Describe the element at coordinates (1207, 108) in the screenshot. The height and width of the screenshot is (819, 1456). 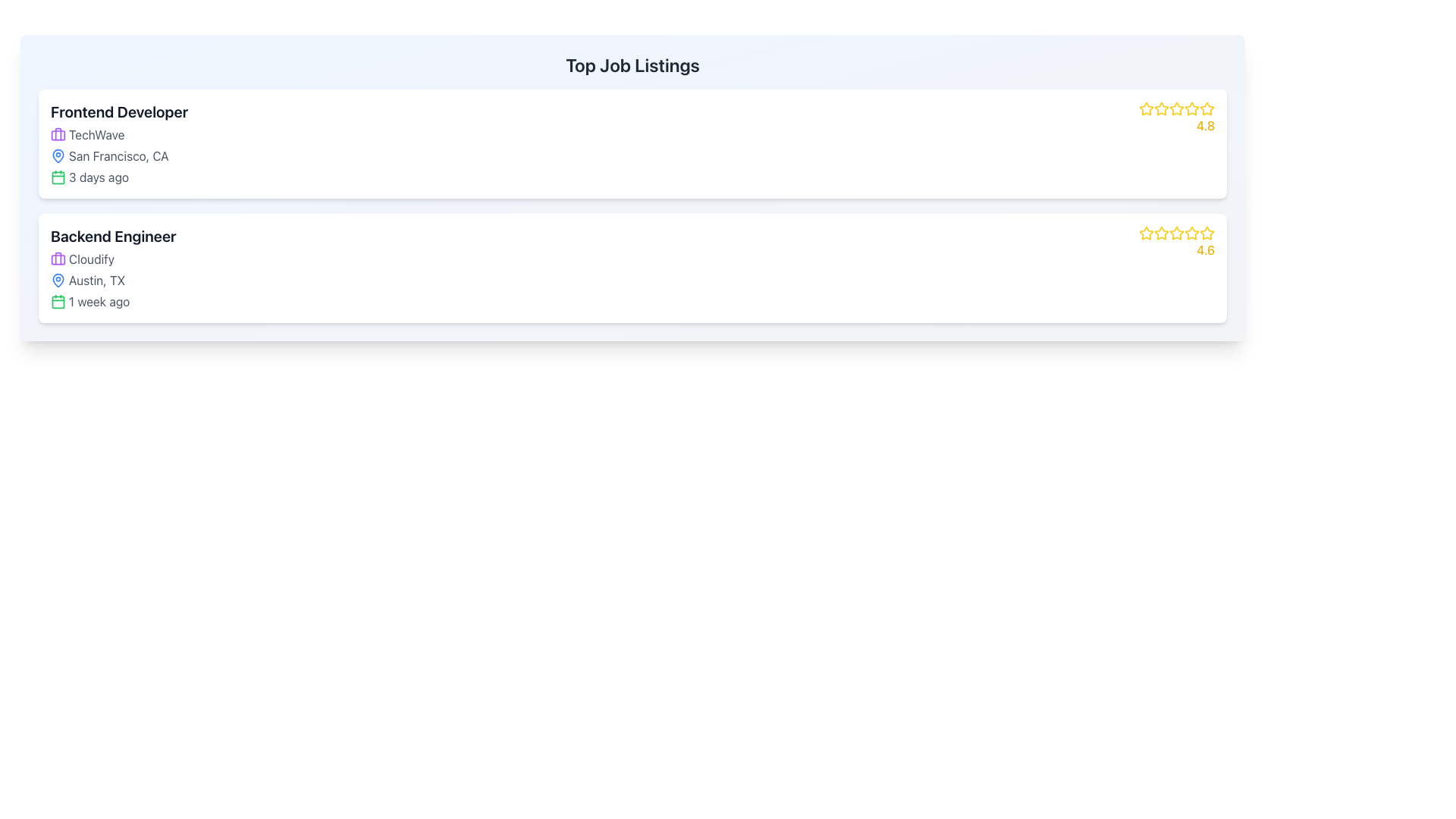
I see `the fifth star icon in the 5-star rating system for the Frontend Developer job listing to interact with the rating system` at that location.